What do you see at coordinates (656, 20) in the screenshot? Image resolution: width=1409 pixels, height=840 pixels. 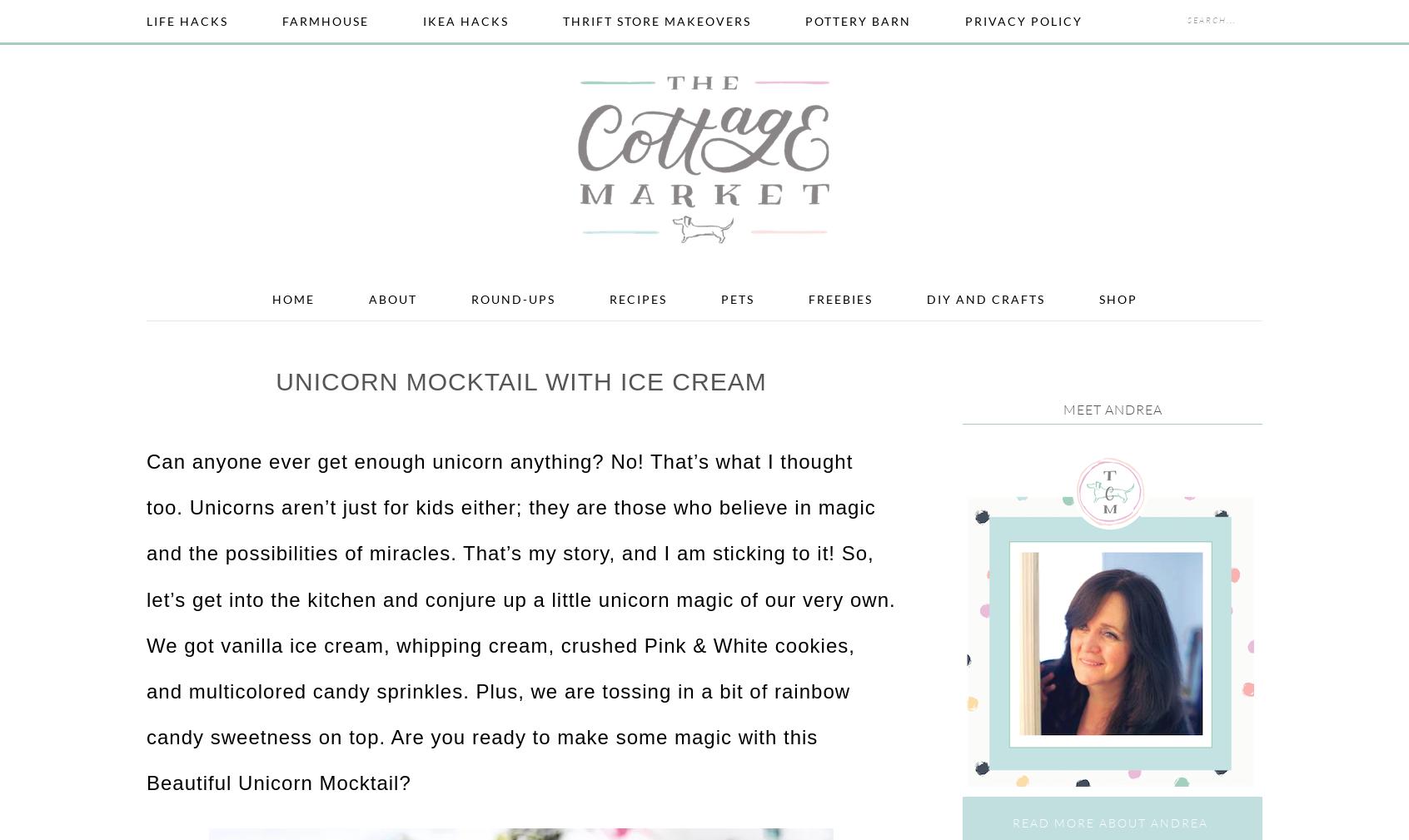 I see `'Thrift Store Makeovers'` at bounding box center [656, 20].